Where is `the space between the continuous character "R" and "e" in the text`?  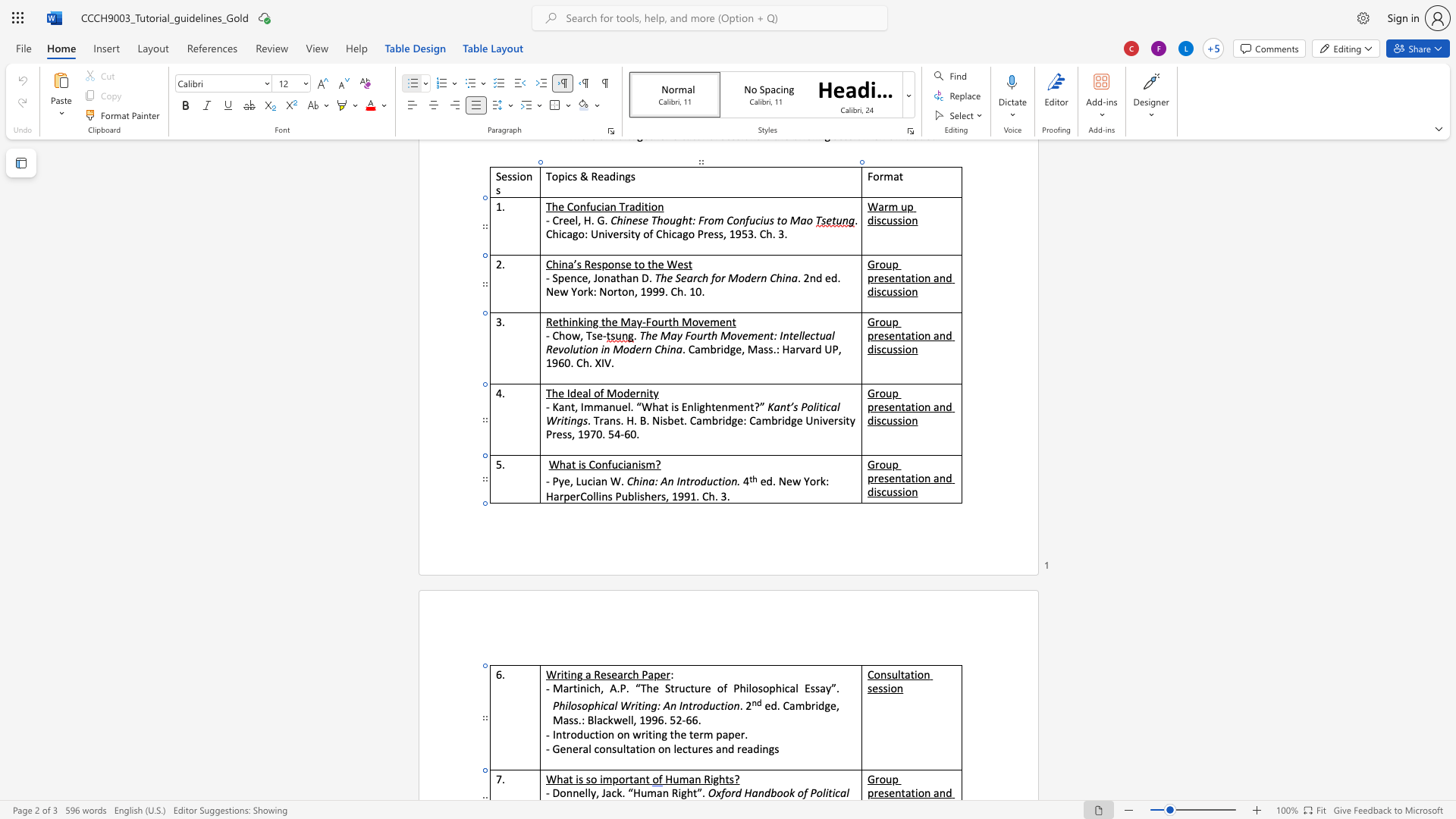 the space between the continuous character "R" and "e" in the text is located at coordinates (599, 673).